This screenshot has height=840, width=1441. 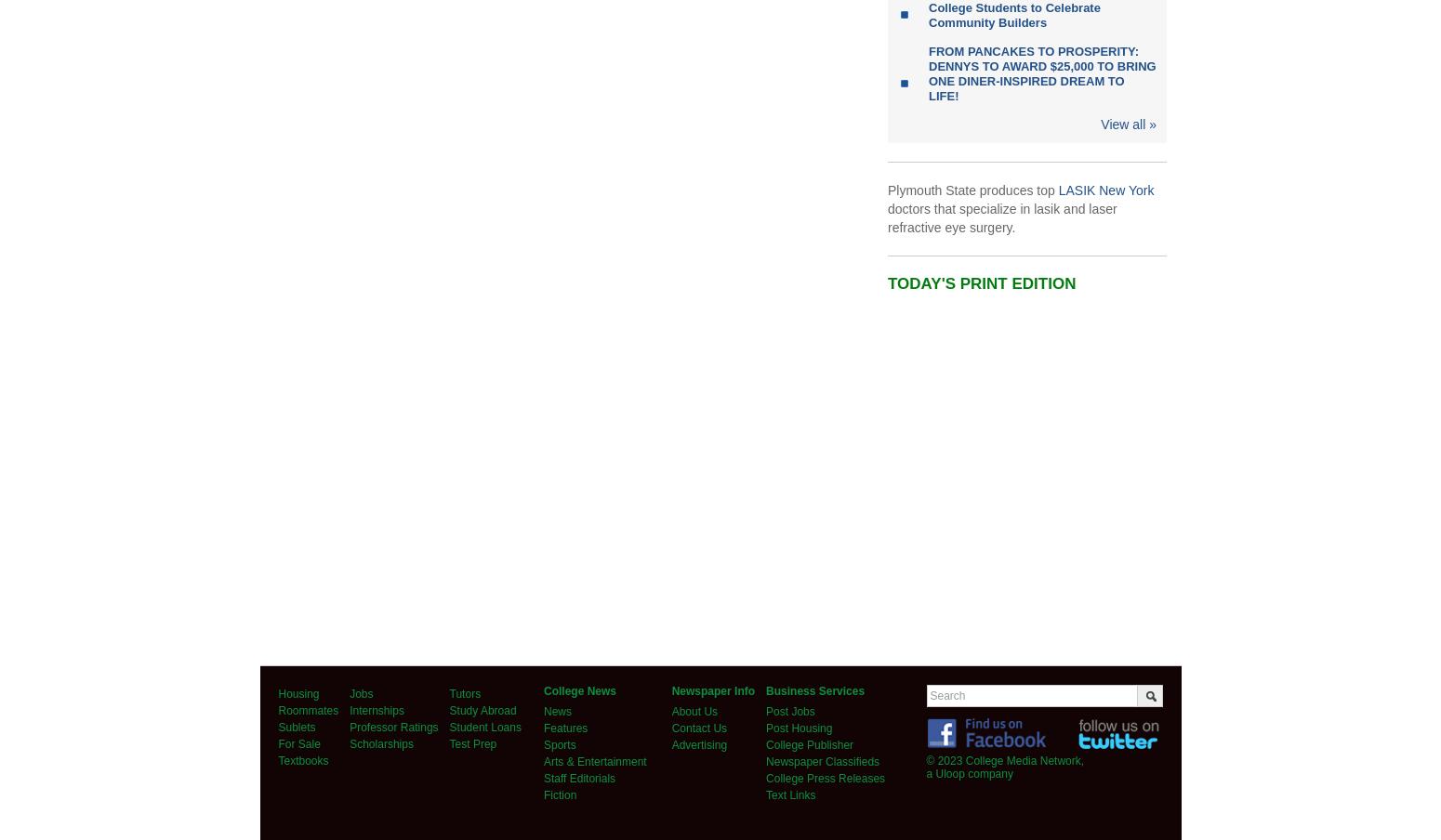 I want to click on 'News', so click(x=557, y=711).